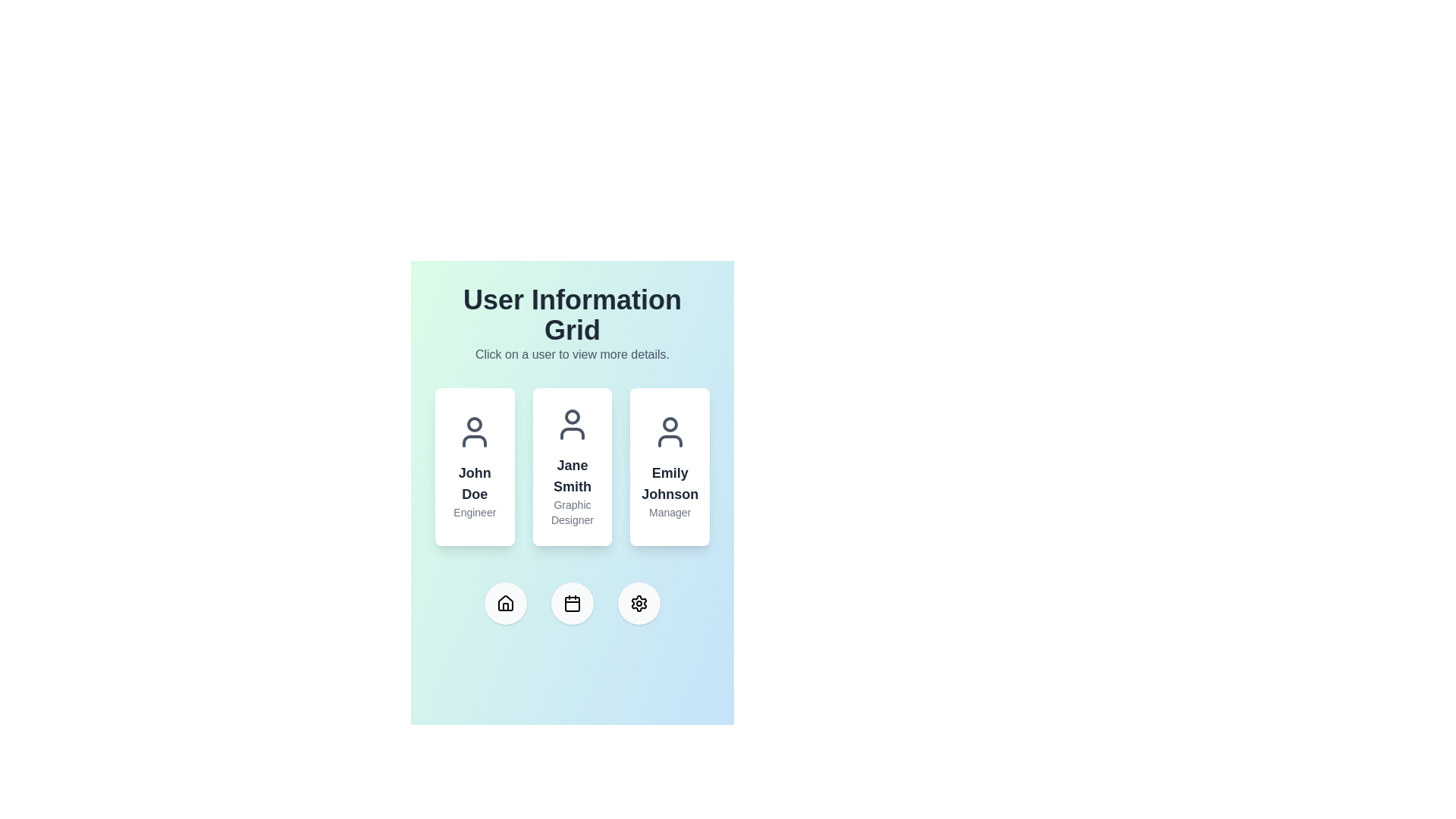  What do you see at coordinates (571, 417) in the screenshot?
I see `the SVG Circle element that is centered in the user's profile picture icon within the user card interface` at bounding box center [571, 417].